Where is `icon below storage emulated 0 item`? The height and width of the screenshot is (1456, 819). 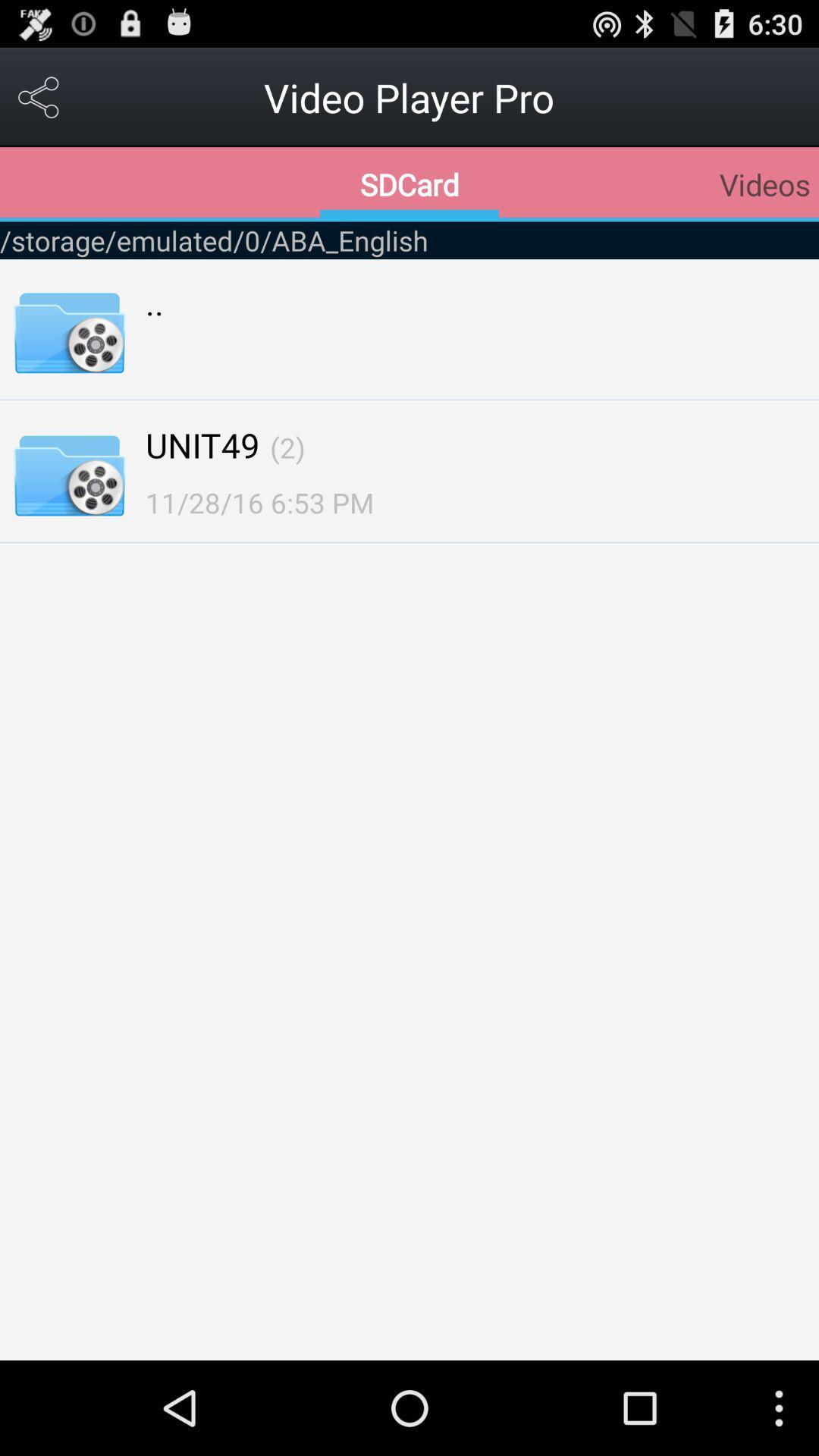 icon below storage emulated 0 item is located at coordinates (155, 302).